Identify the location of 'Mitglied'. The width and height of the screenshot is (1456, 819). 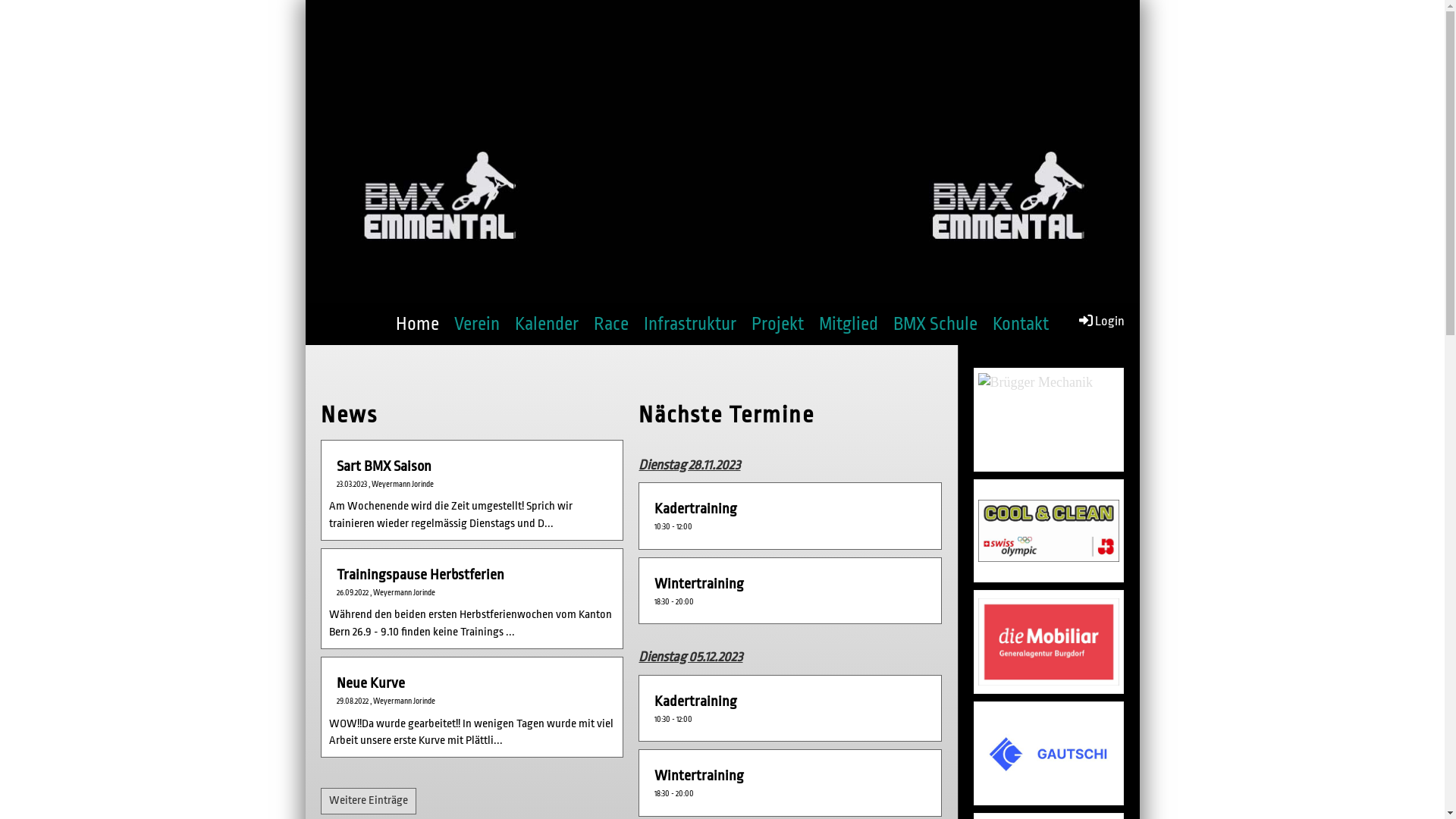
(847, 323).